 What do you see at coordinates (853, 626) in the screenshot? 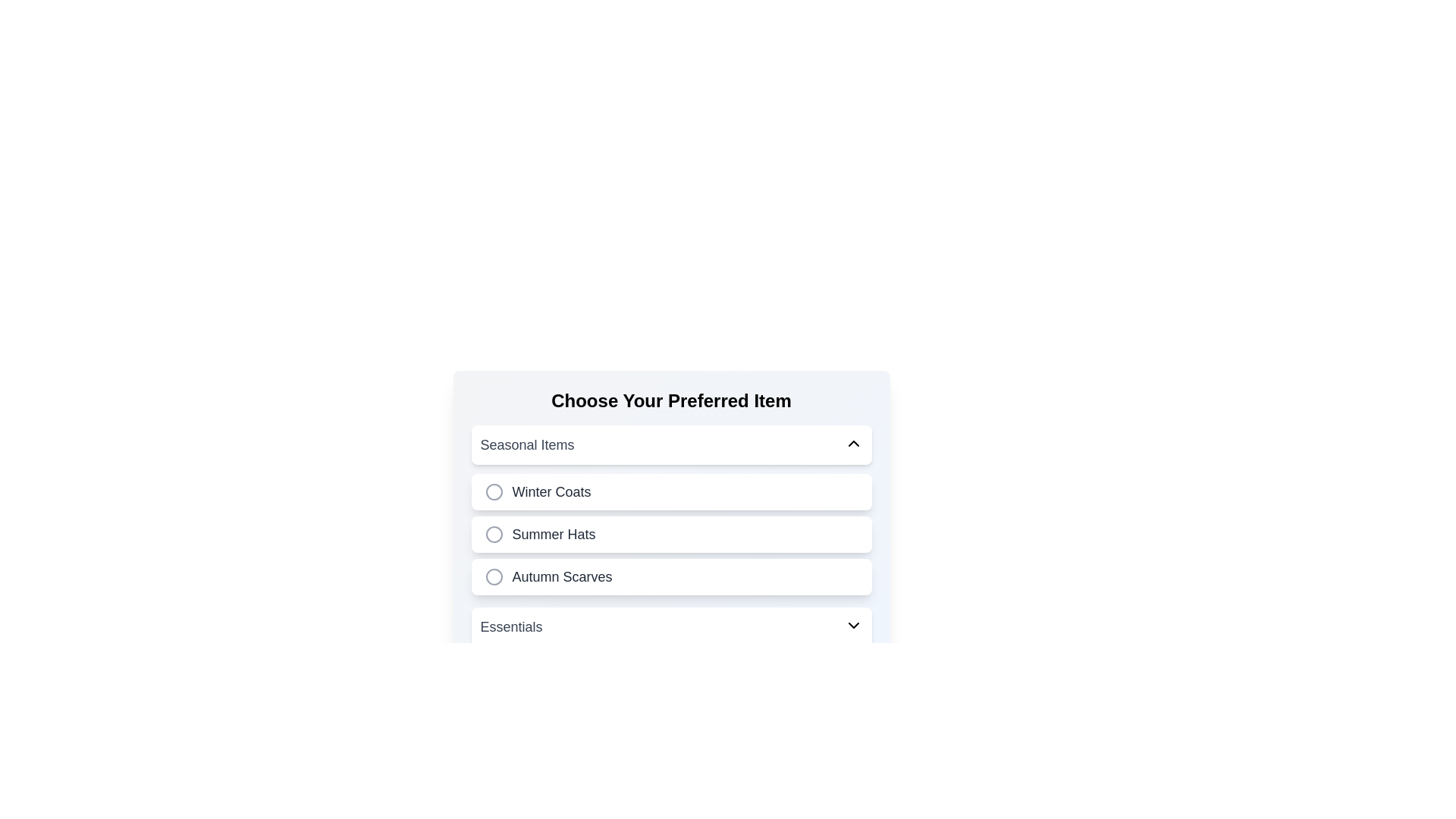
I see `the expand/collapse icon on the far-right side of the 'Essentials' section` at bounding box center [853, 626].